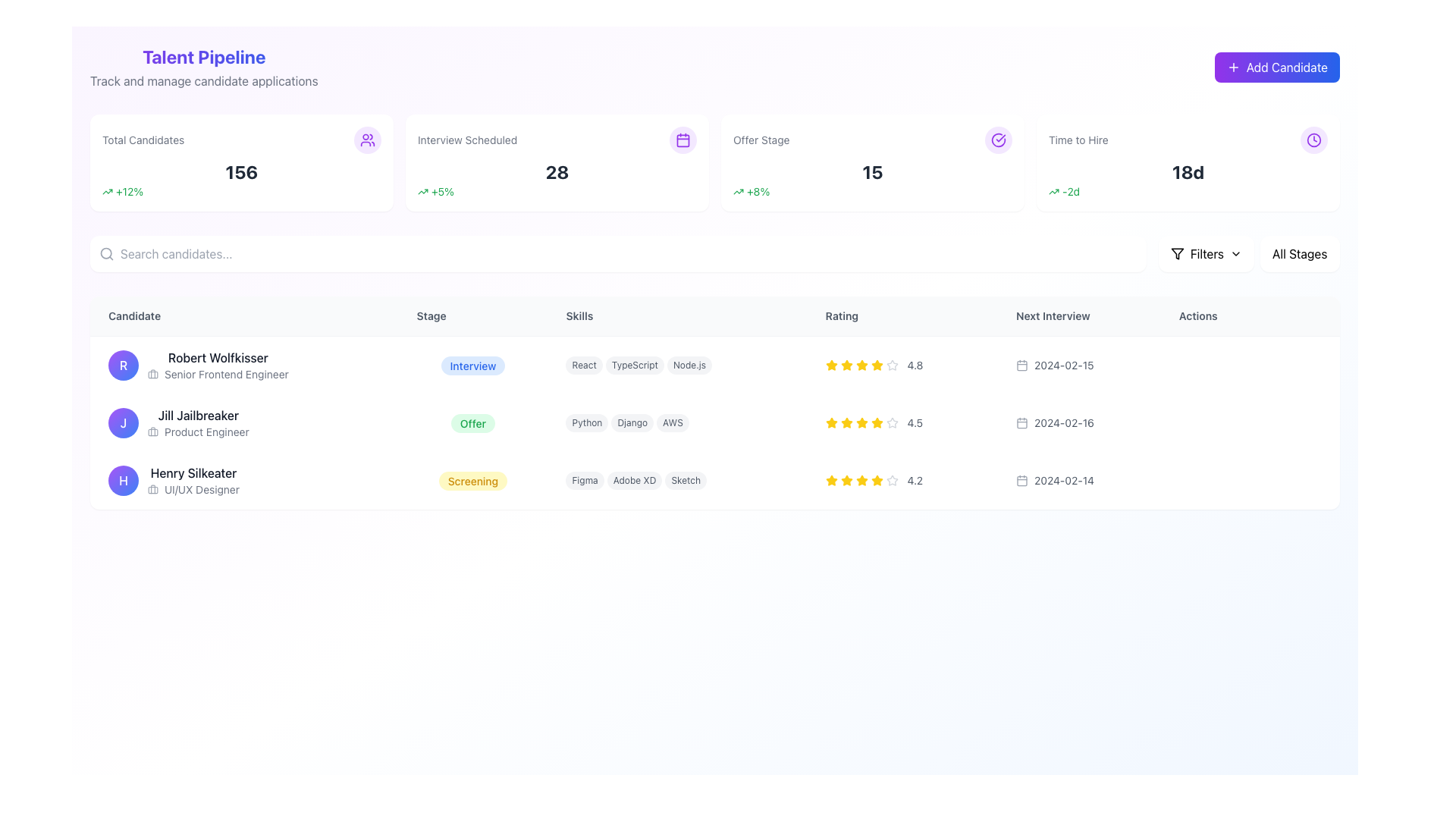 This screenshot has height=819, width=1456. What do you see at coordinates (1206, 253) in the screenshot?
I see `'Filters' label text displayed in black on a white background, located near the top-right of the interface, positioned between the filter icon and a dropdown chevron` at bounding box center [1206, 253].